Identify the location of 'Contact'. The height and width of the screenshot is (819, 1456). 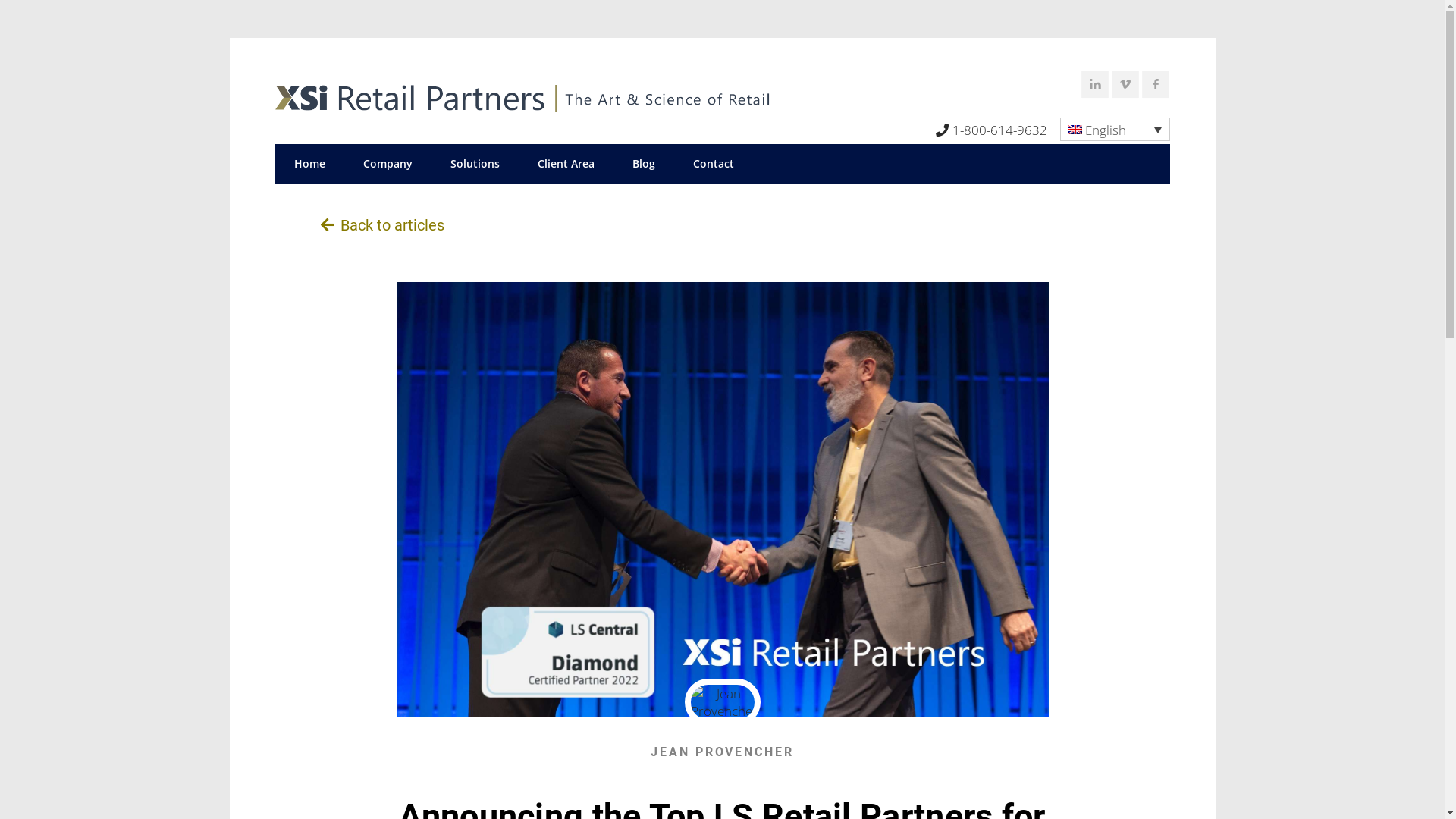
(712, 164).